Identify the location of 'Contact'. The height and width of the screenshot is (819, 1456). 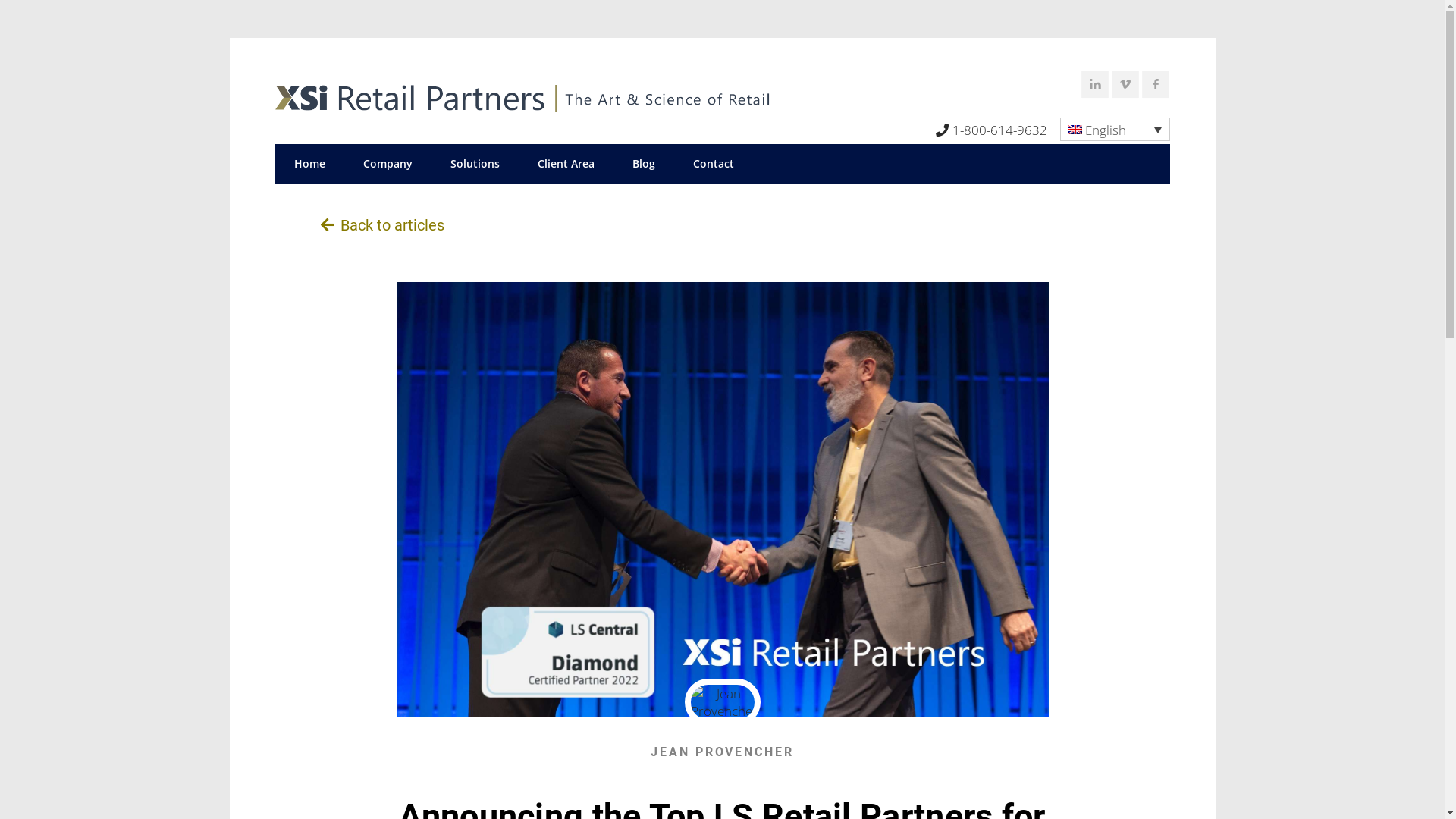
(712, 164).